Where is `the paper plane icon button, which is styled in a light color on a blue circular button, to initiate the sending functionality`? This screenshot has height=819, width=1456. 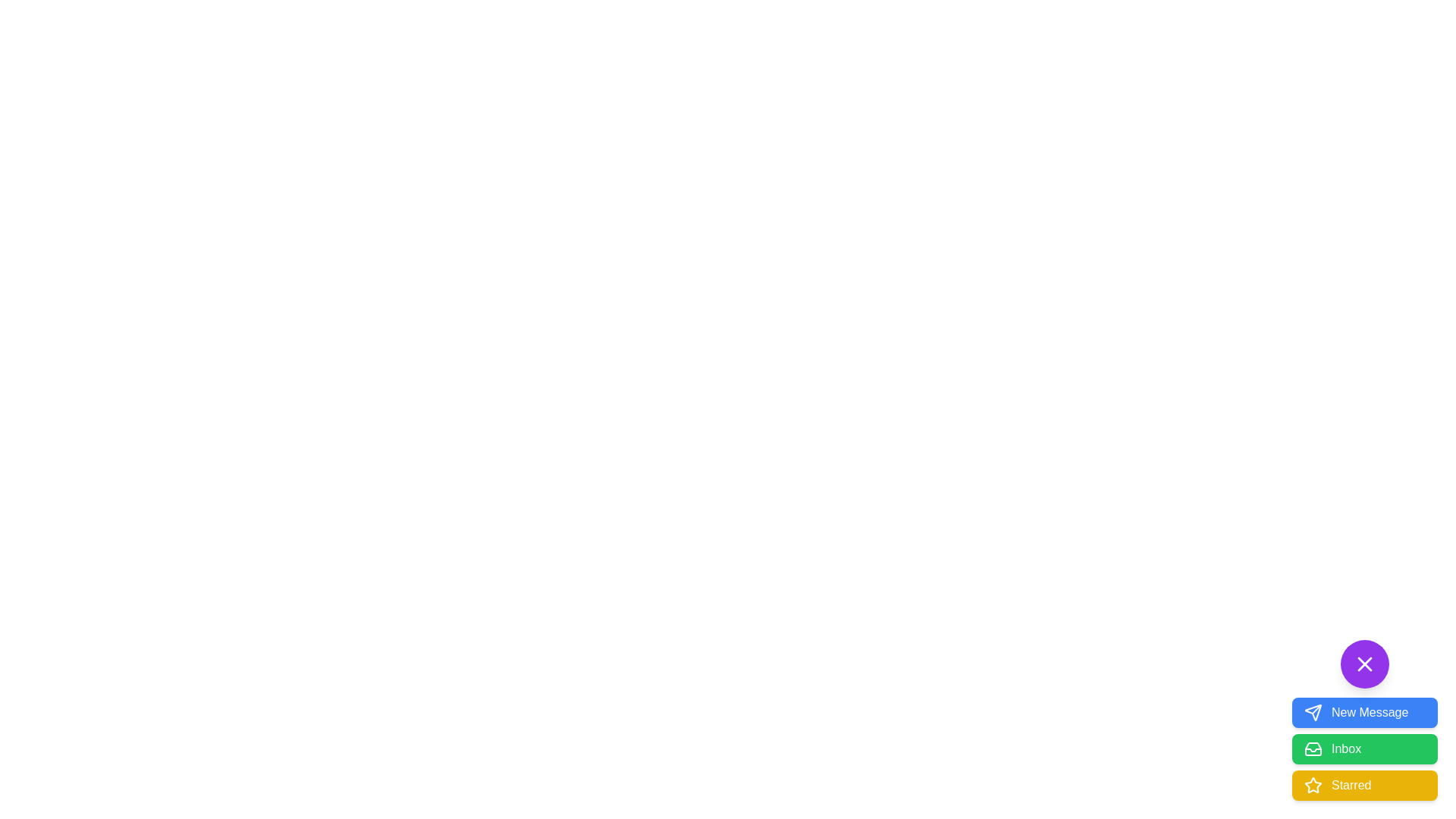 the paper plane icon button, which is styled in a light color on a blue circular button, to initiate the sending functionality is located at coordinates (1313, 713).